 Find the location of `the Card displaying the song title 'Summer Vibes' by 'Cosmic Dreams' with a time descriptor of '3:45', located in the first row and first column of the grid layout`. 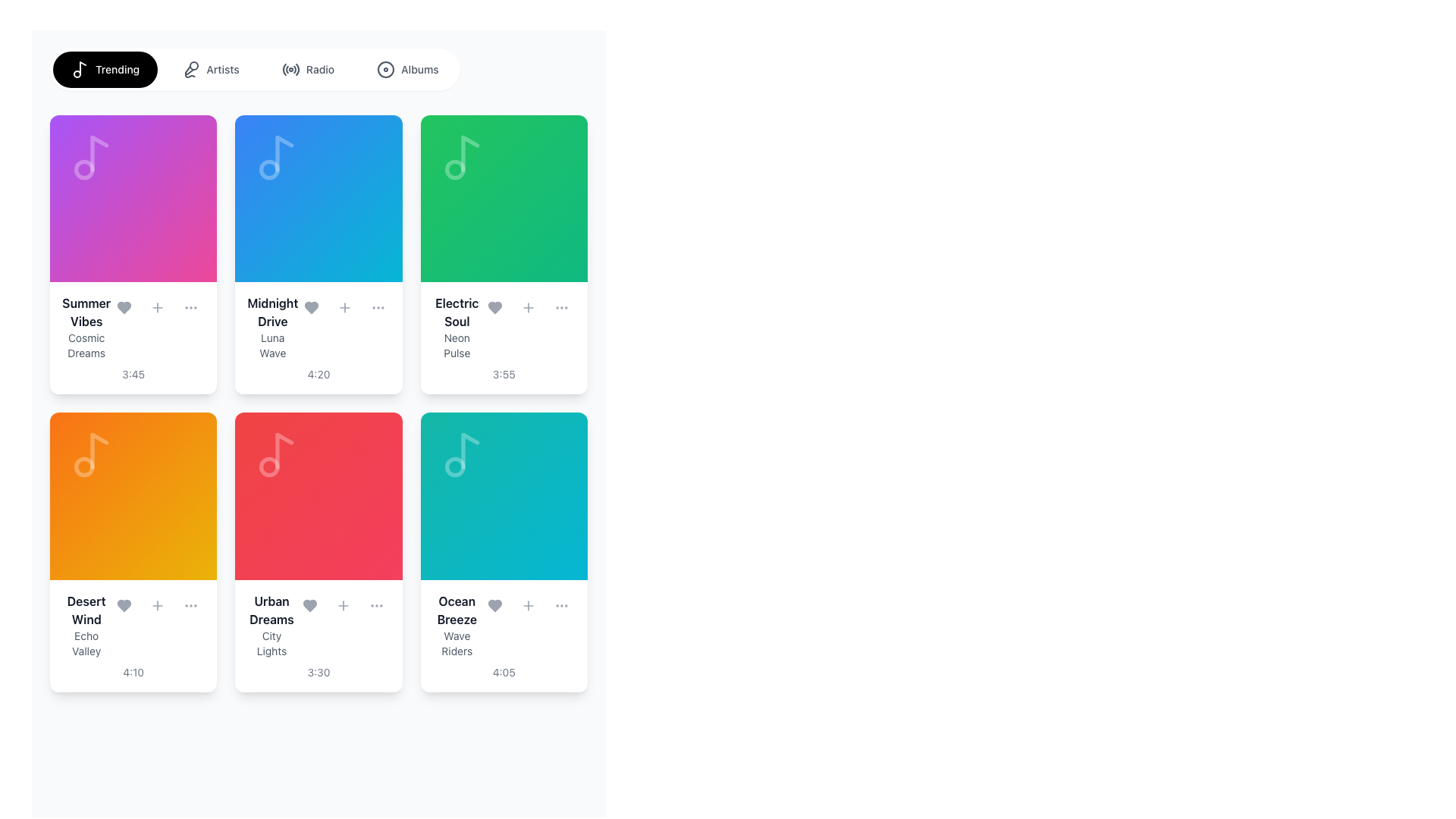

the Card displaying the song title 'Summer Vibes' by 'Cosmic Dreams' with a time descriptor of '3:45', located in the first row and first column of the grid layout is located at coordinates (133, 337).